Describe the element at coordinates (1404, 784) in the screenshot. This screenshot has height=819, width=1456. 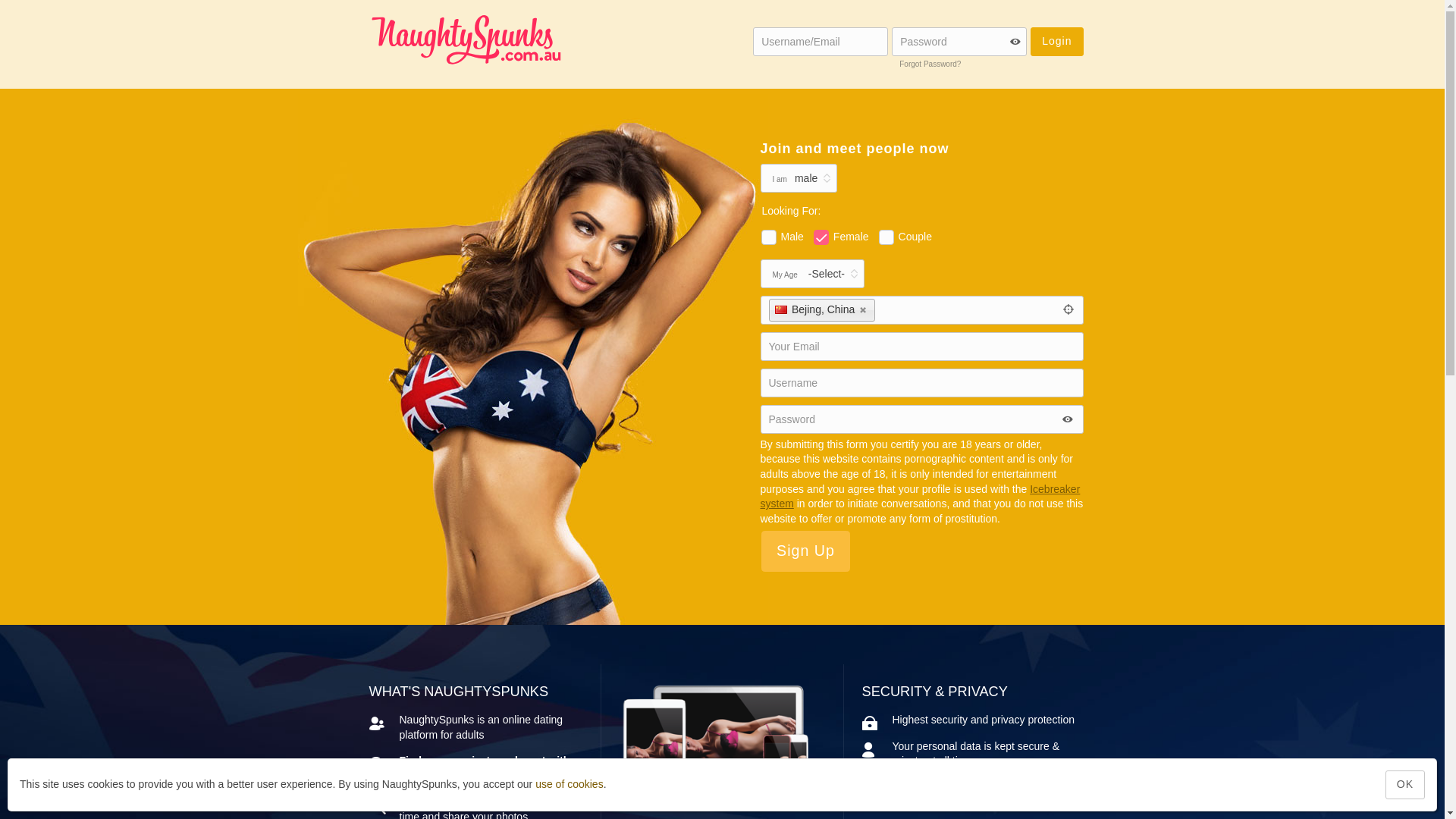
I see `'OK'` at that location.